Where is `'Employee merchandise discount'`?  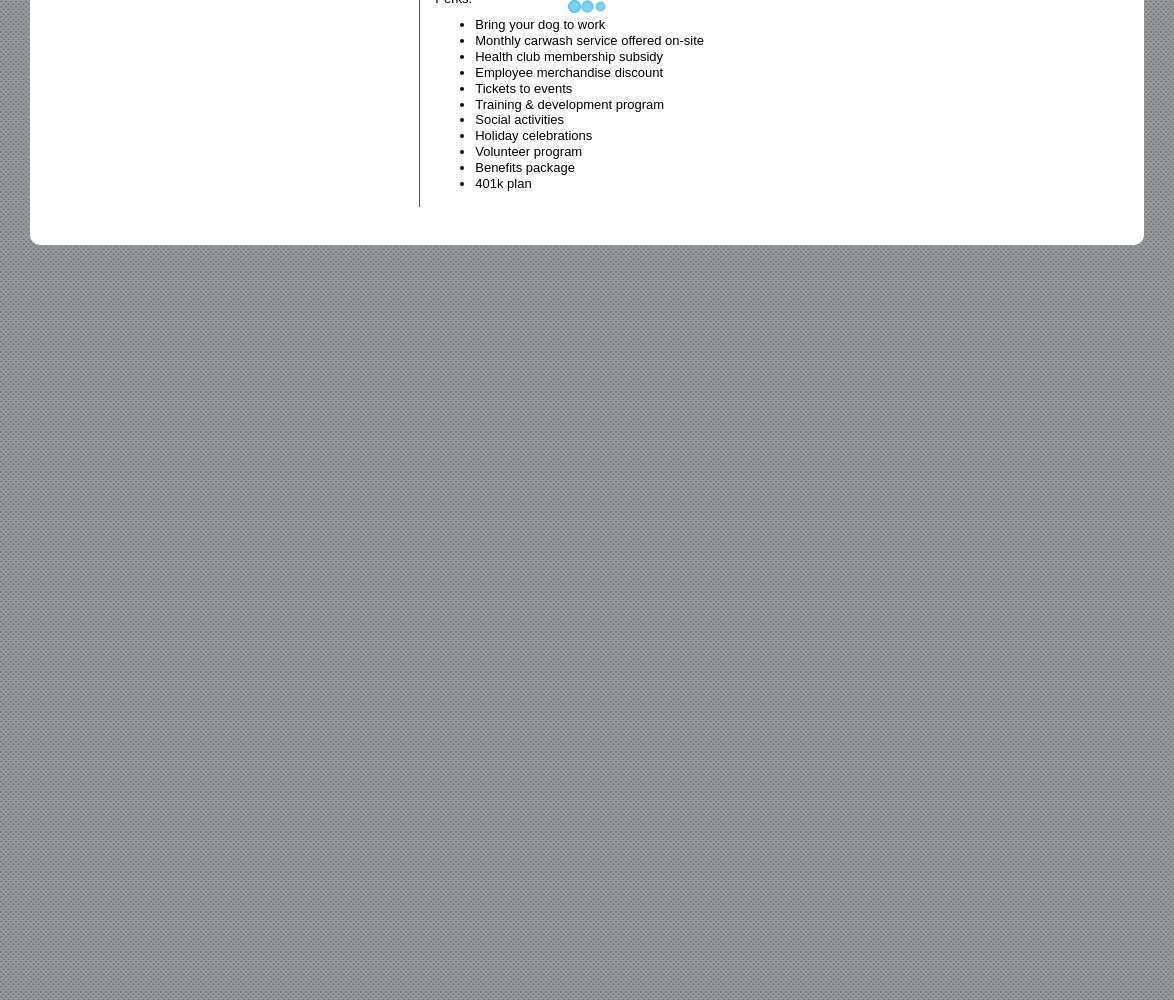 'Employee merchandise discount' is located at coordinates (568, 70).